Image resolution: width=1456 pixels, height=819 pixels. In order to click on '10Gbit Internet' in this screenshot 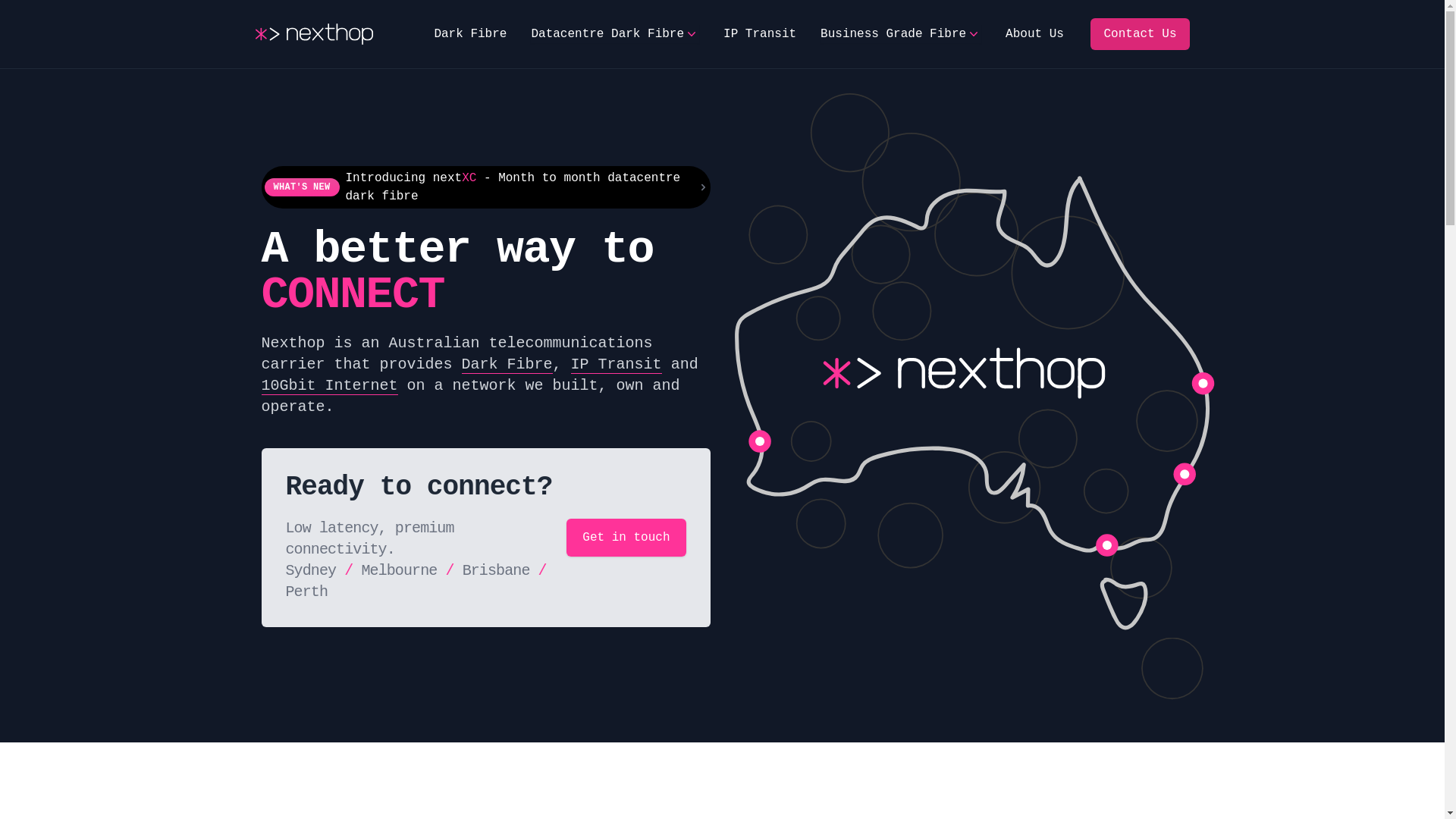, I will do `click(328, 385)`.